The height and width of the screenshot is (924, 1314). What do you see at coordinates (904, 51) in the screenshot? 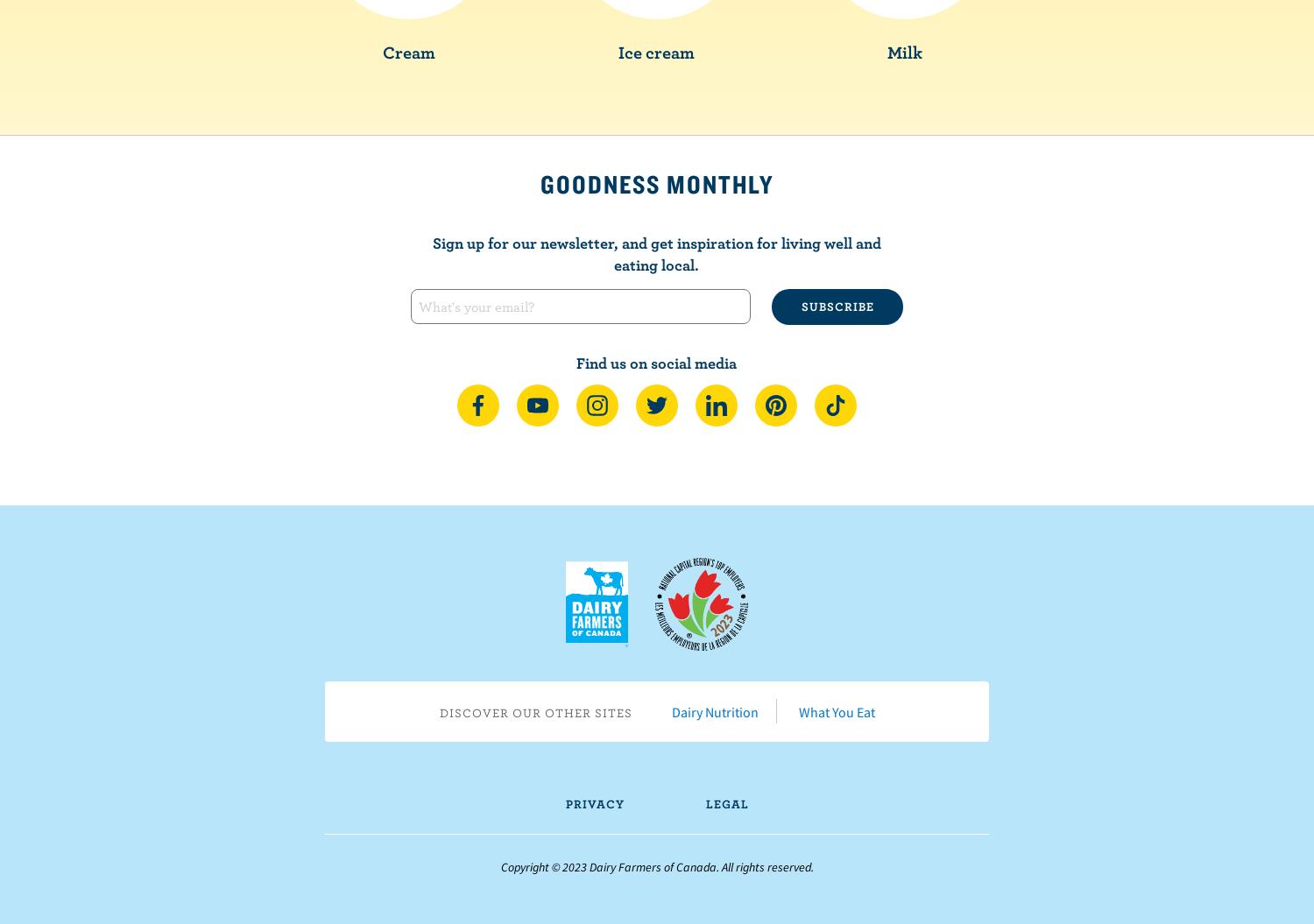
I see `'Milk'` at bounding box center [904, 51].